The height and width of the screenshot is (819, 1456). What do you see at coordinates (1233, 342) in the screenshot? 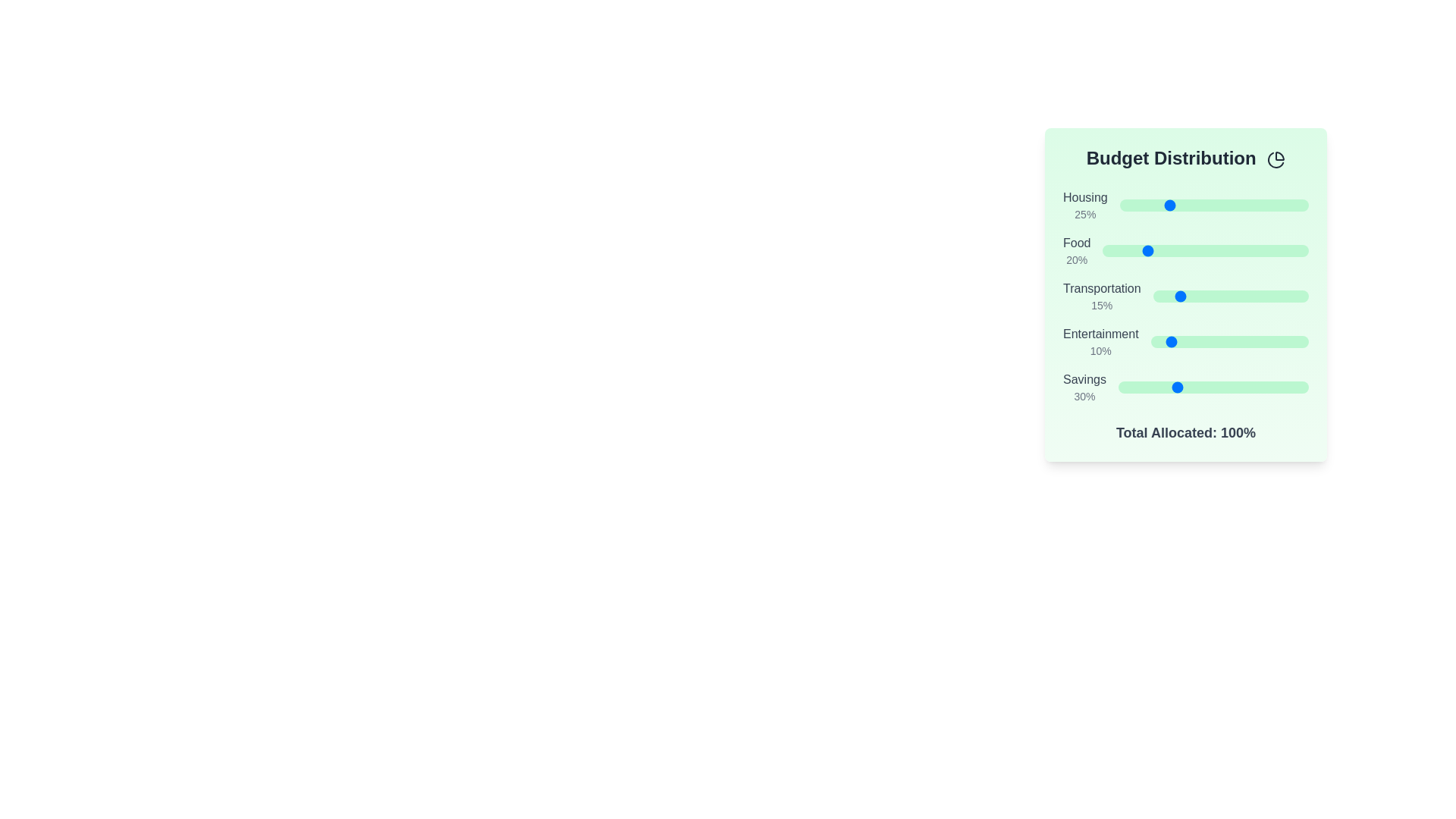
I see `the slider for 'Entertainment' to set its percentage to 52` at bounding box center [1233, 342].